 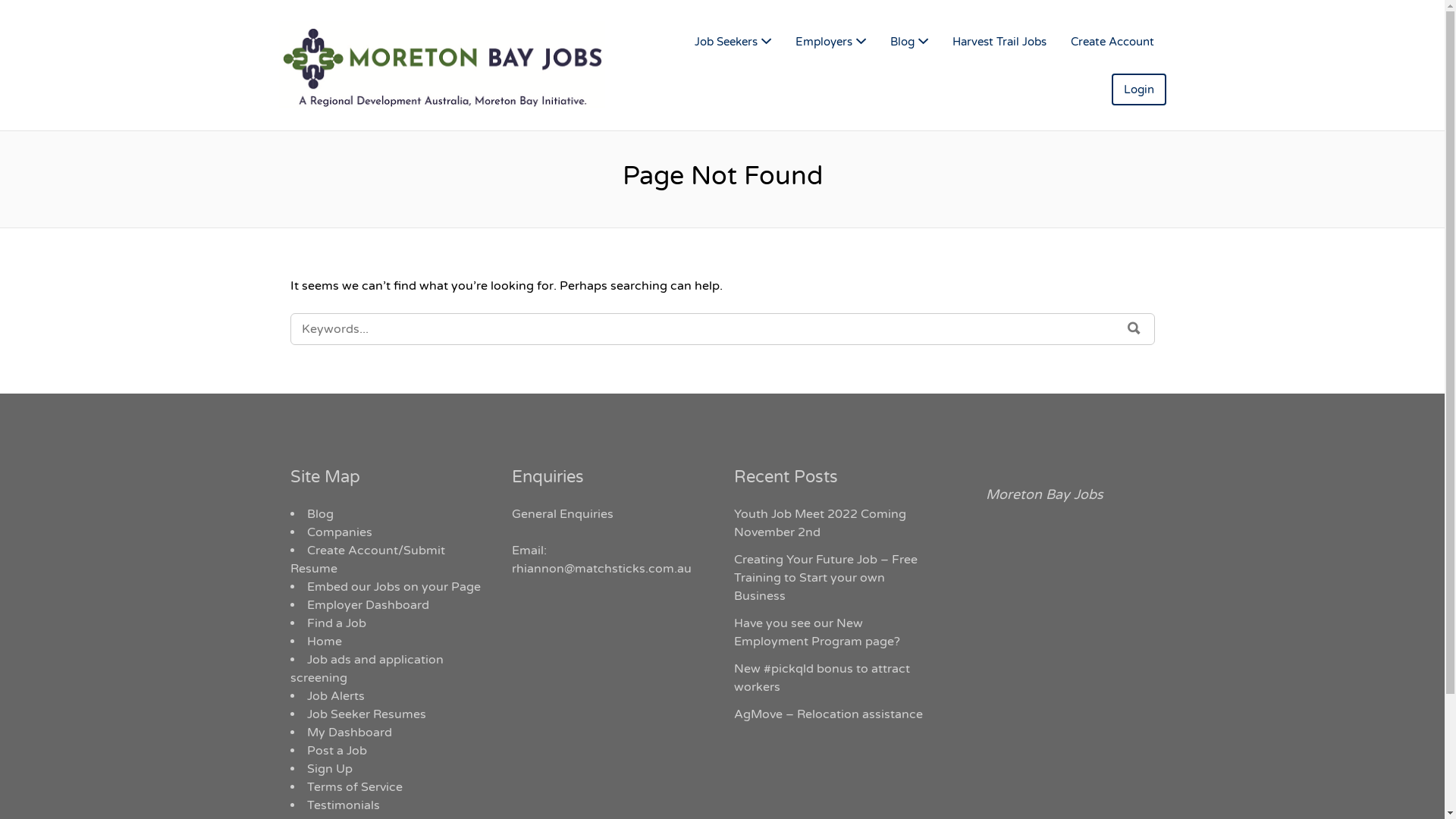 I want to click on 'Testimonials', so click(x=341, y=804).